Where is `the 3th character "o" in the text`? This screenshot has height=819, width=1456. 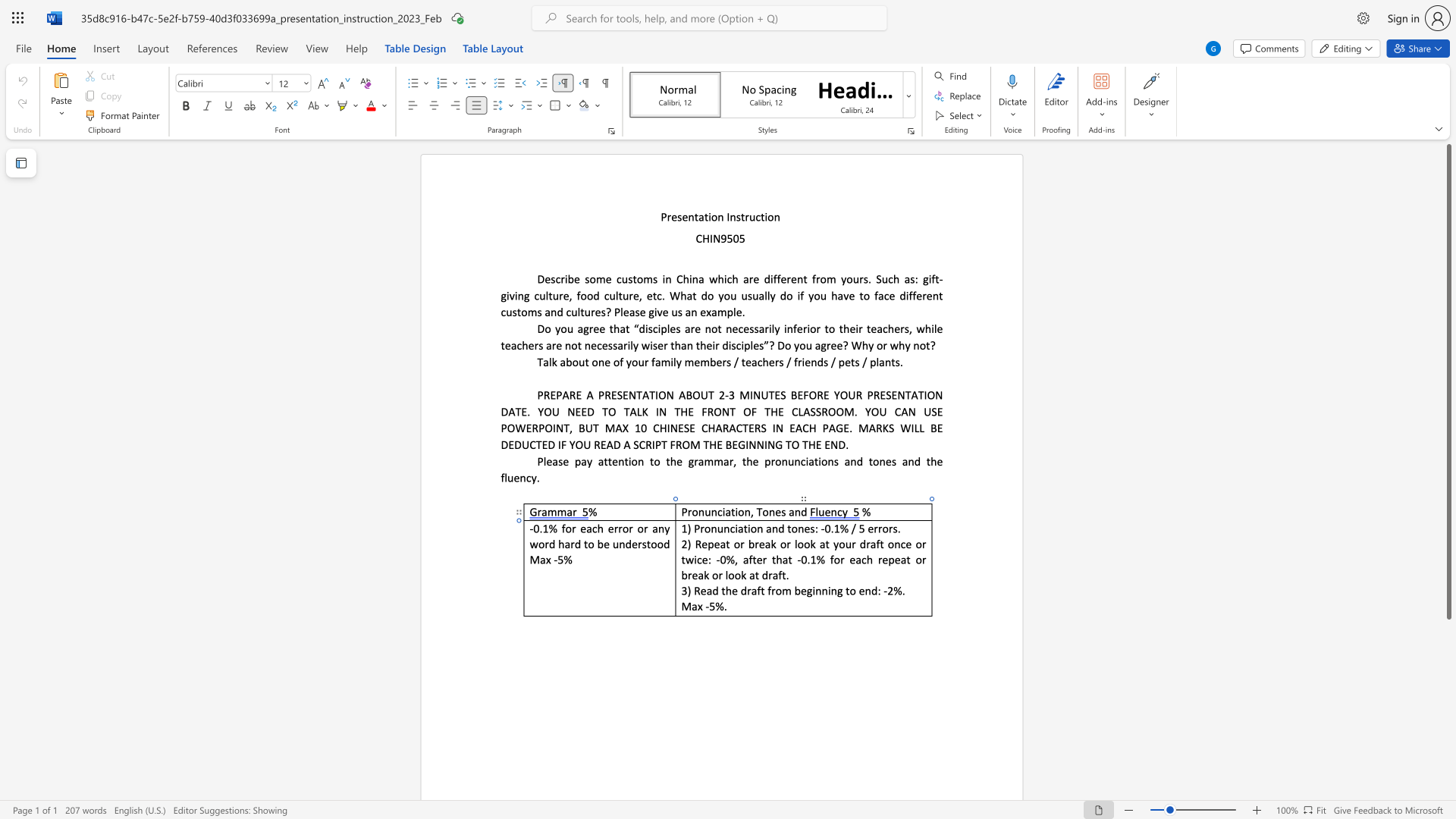
the 3th character "o" in the text is located at coordinates (799, 543).